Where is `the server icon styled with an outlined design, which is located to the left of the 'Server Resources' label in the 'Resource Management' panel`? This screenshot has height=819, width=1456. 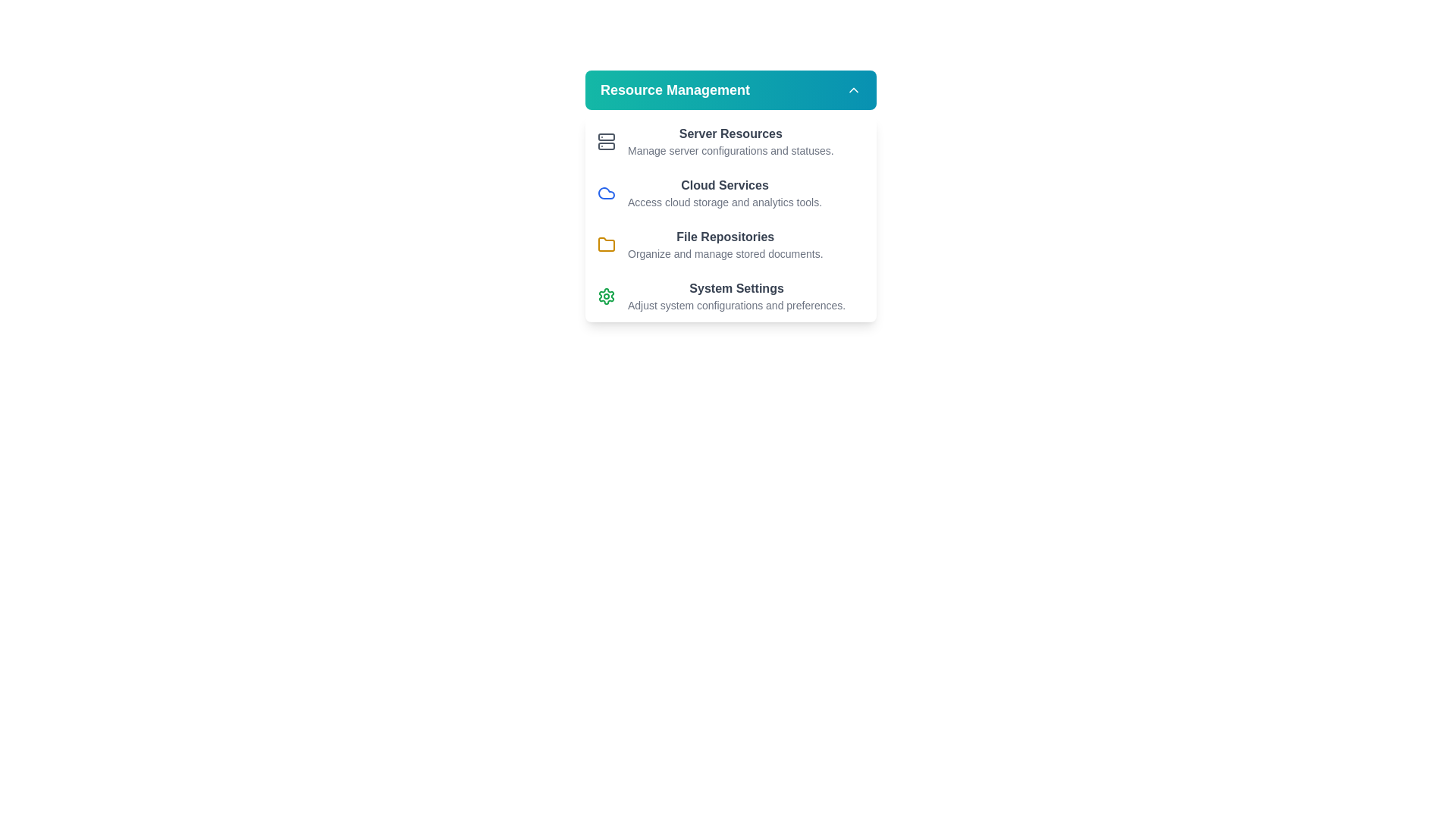
the server icon styled with an outlined design, which is located to the left of the 'Server Resources' label in the 'Resource Management' panel is located at coordinates (607, 141).